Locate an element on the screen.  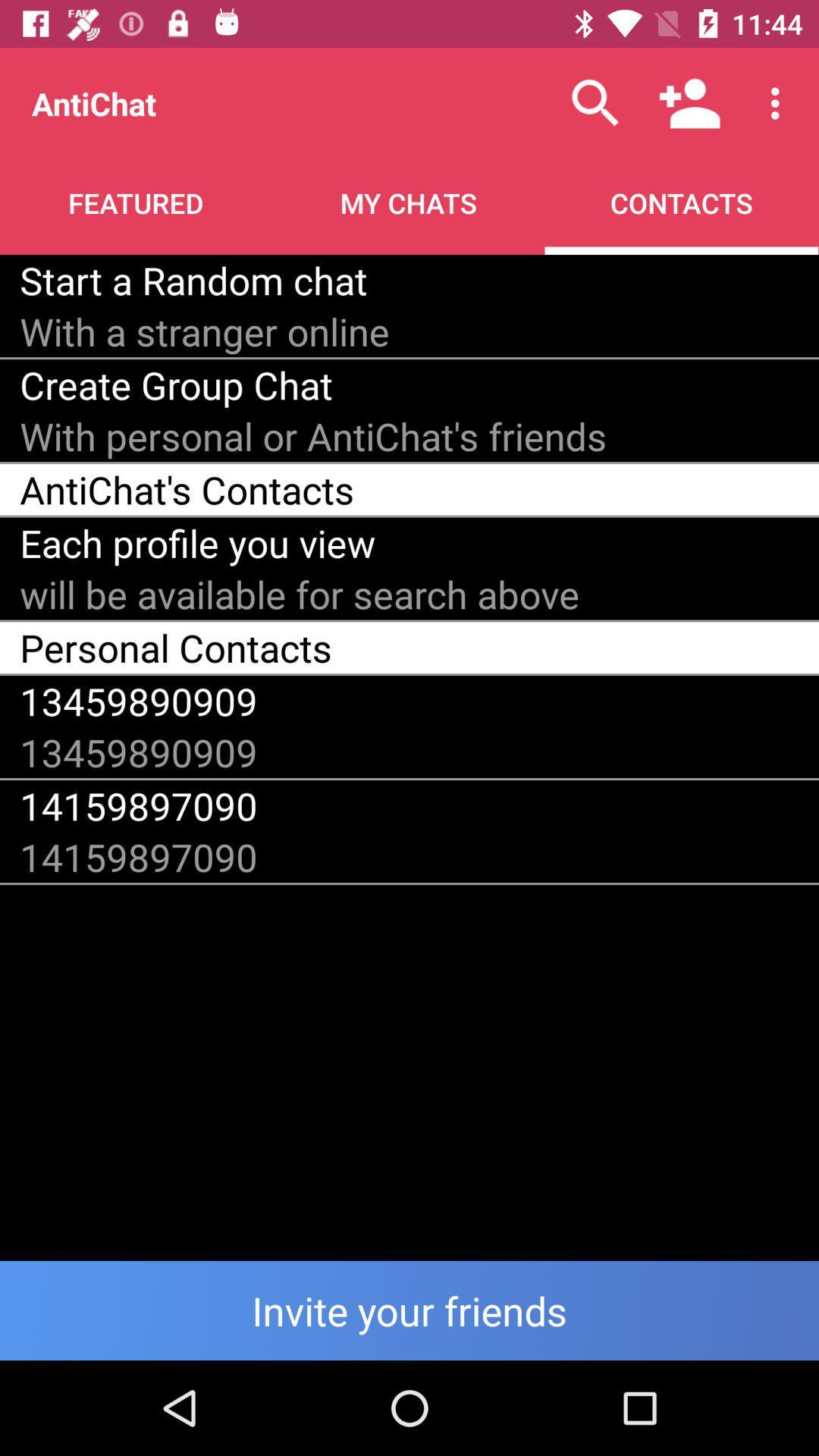
the item above the create group chat is located at coordinates (205, 331).